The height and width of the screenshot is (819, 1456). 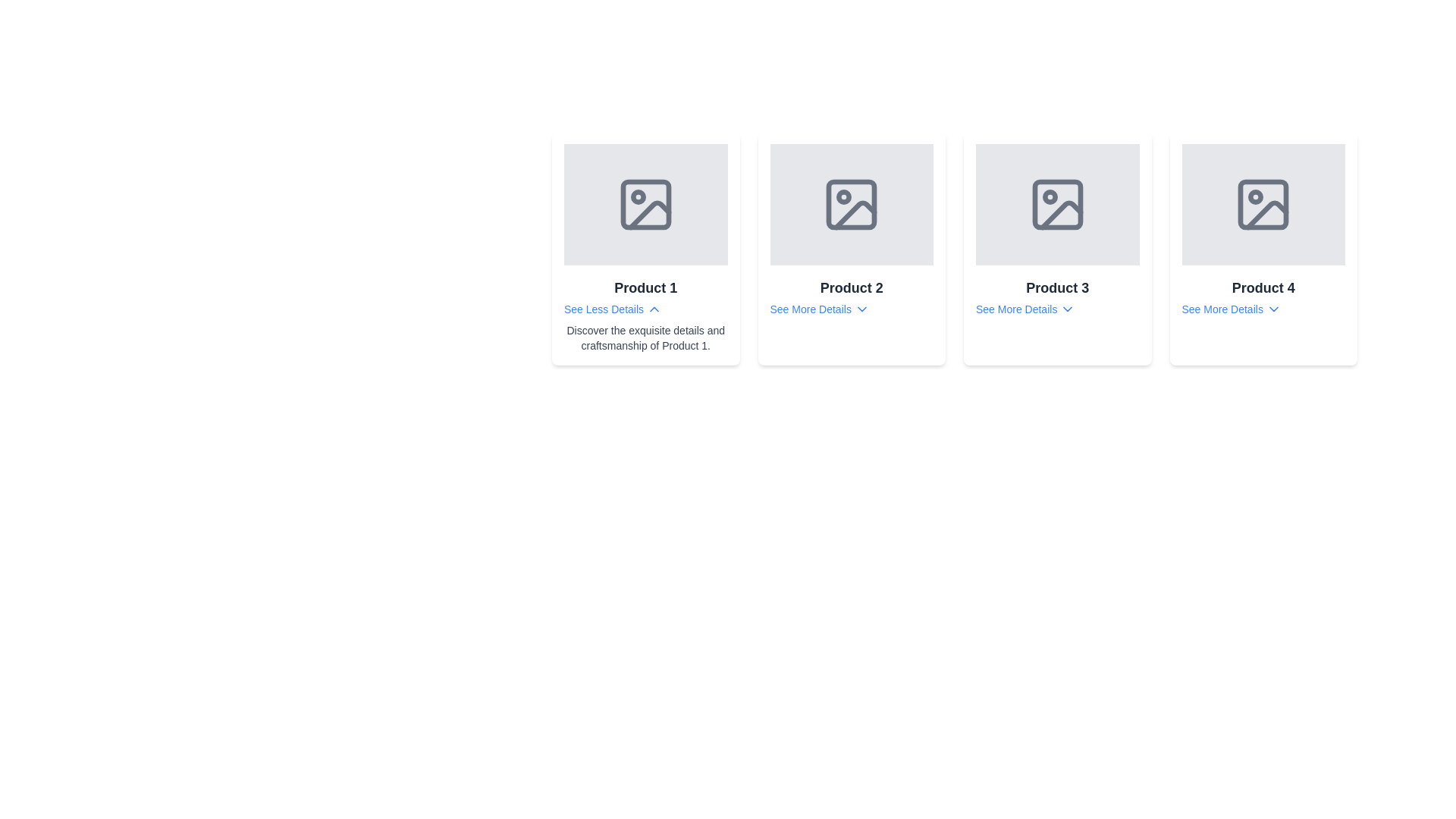 What do you see at coordinates (1056, 205) in the screenshot?
I see `the icon element, which has a geometric design resembling an image placeholder and is centrally aligned in a light gray box, positioned in the third column of a grid layout above the 'Product 3' label` at bounding box center [1056, 205].